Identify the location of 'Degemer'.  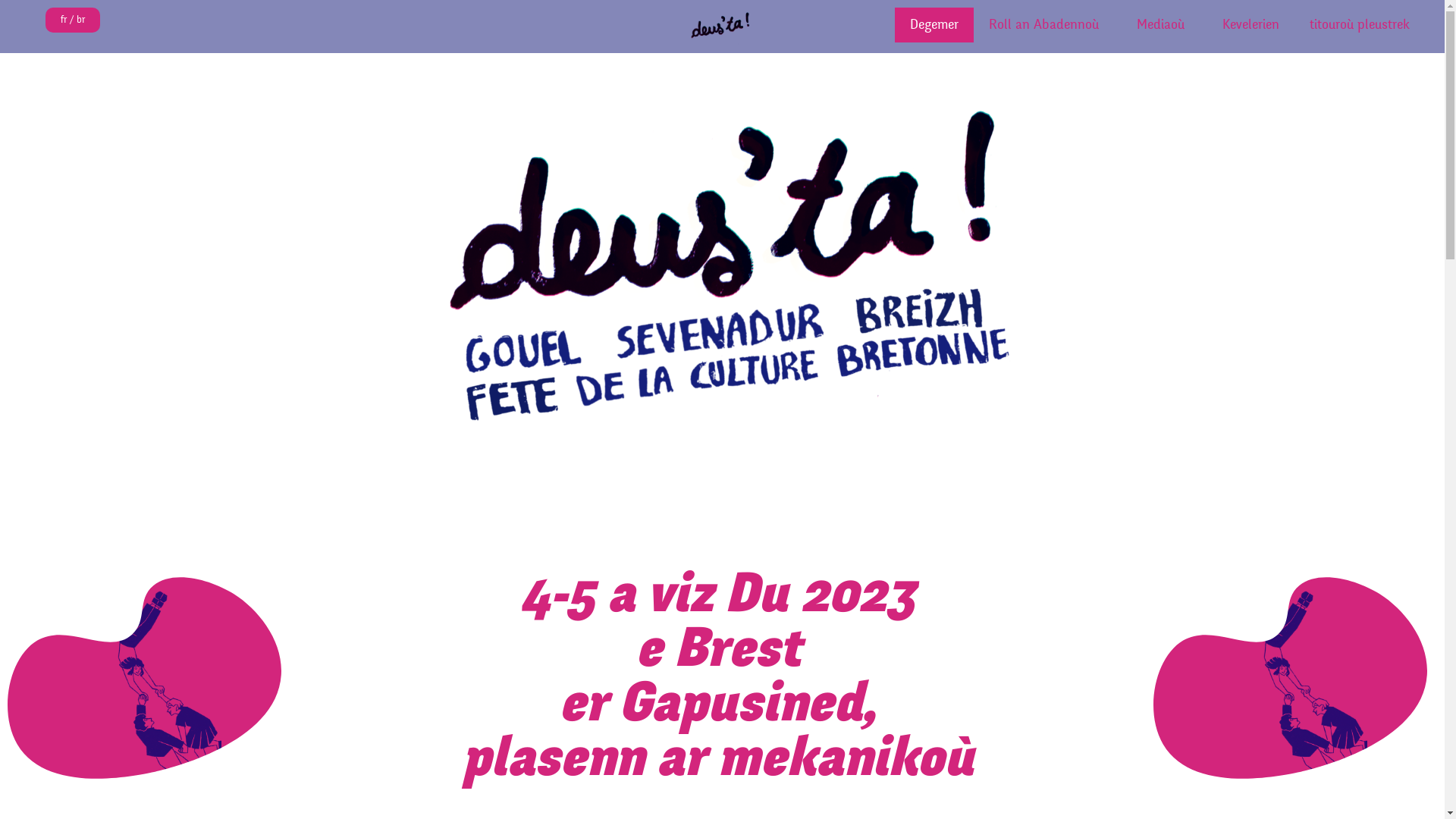
(895, 25).